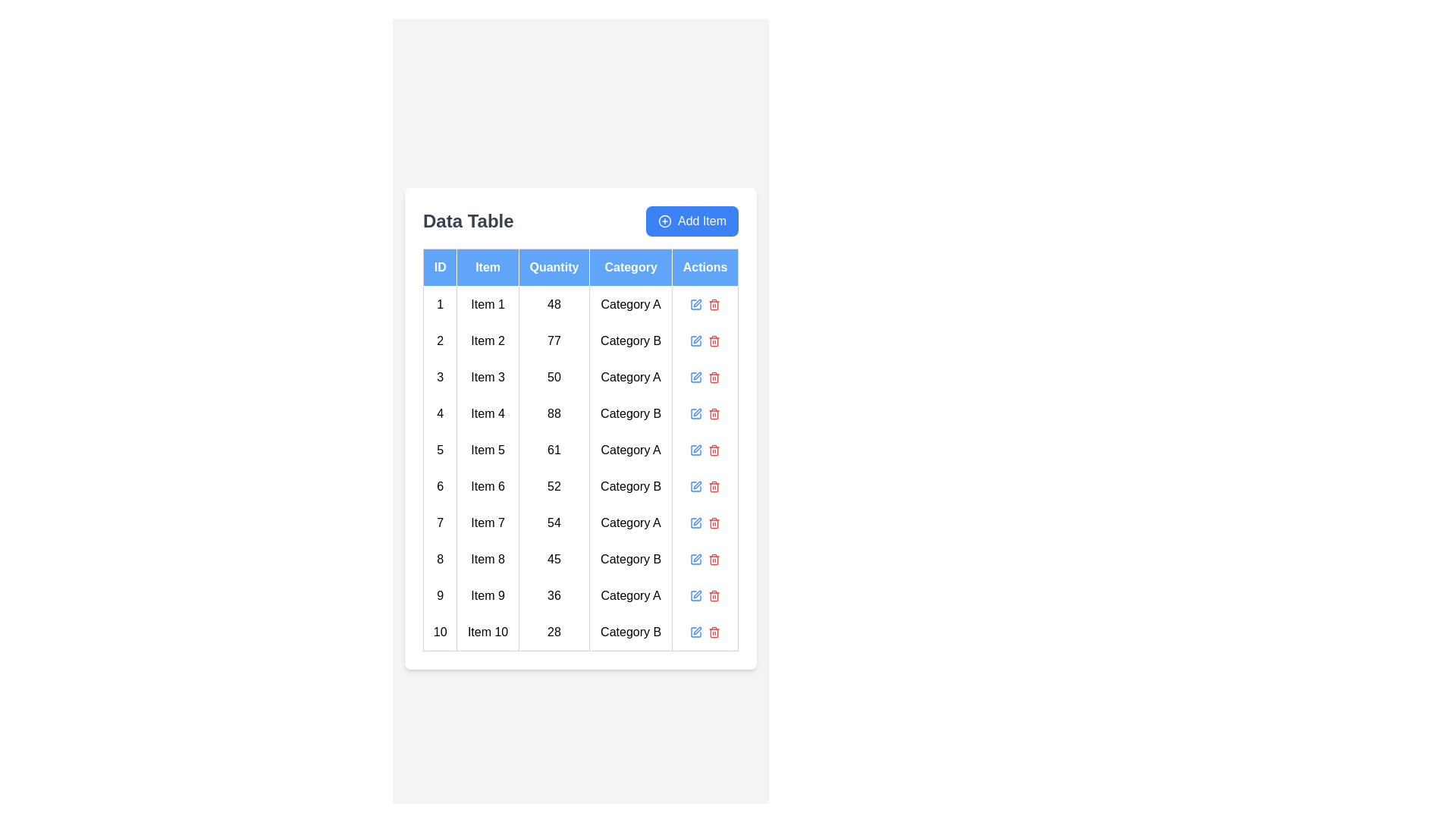 Image resolution: width=1456 pixels, height=819 pixels. What do you see at coordinates (439, 559) in the screenshot?
I see `the text '8' in the first column of the data table, located in the eighth row under the 'ID' column` at bounding box center [439, 559].